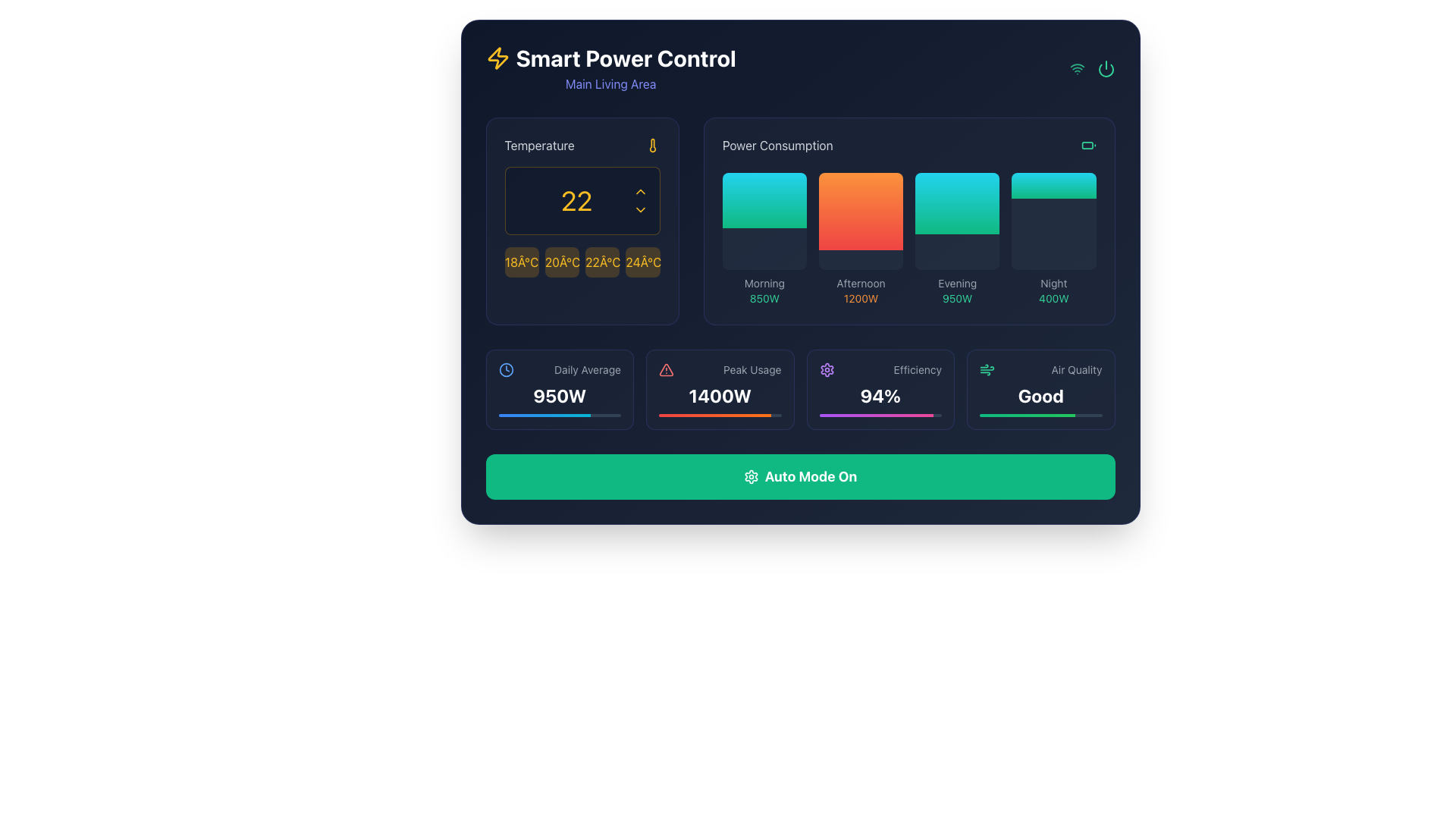 The height and width of the screenshot is (819, 1456). Describe the element at coordinates (643, 262) in the screenshot. I see `the rectangular button displaying '24°C' in bold amber-colored text` at that location.